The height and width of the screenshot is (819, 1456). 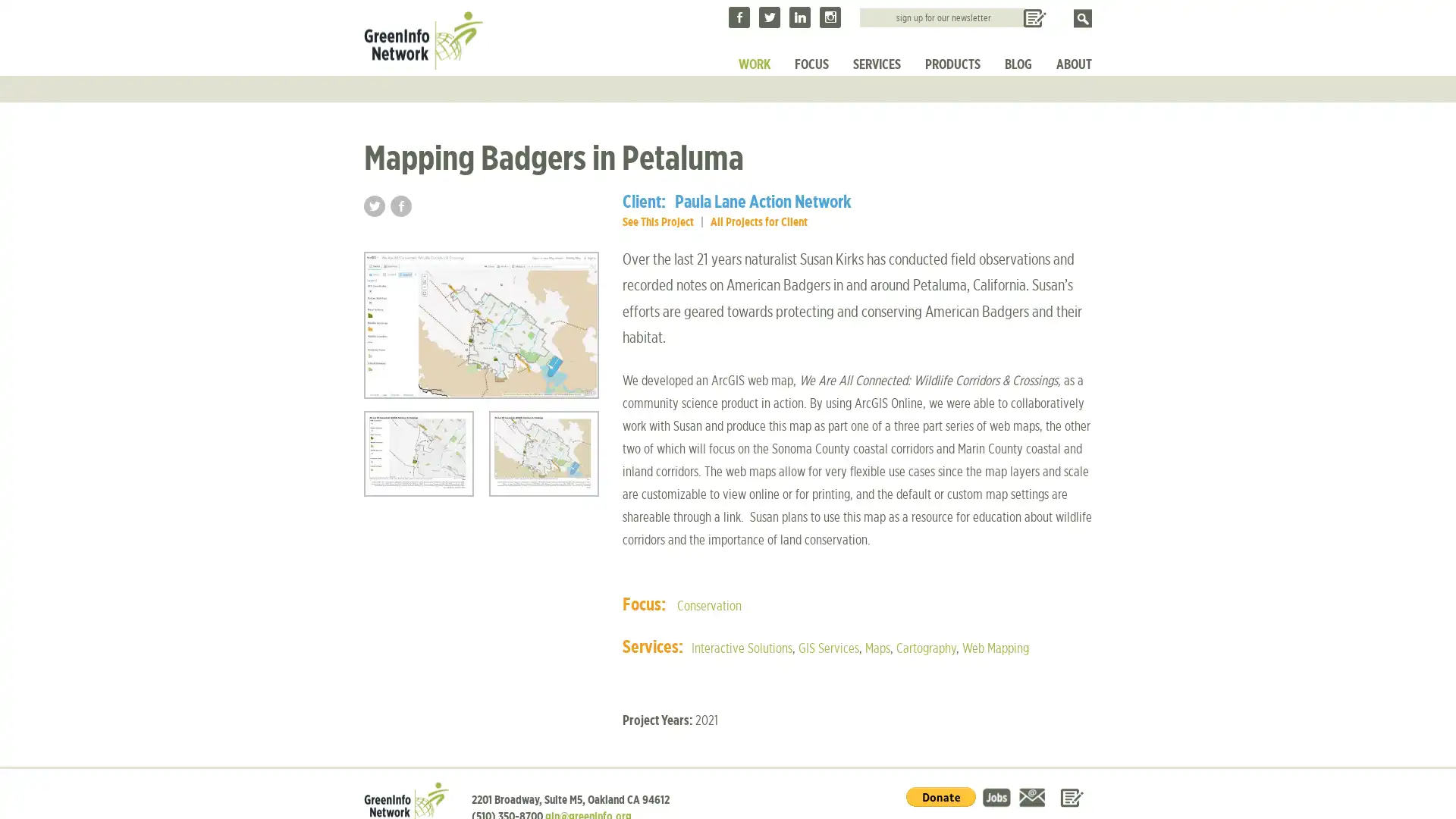 What do you see at coordinates (940, 795) in the screenshot?
I see `Donate with PayPal button` at bounding box center [940, 795].